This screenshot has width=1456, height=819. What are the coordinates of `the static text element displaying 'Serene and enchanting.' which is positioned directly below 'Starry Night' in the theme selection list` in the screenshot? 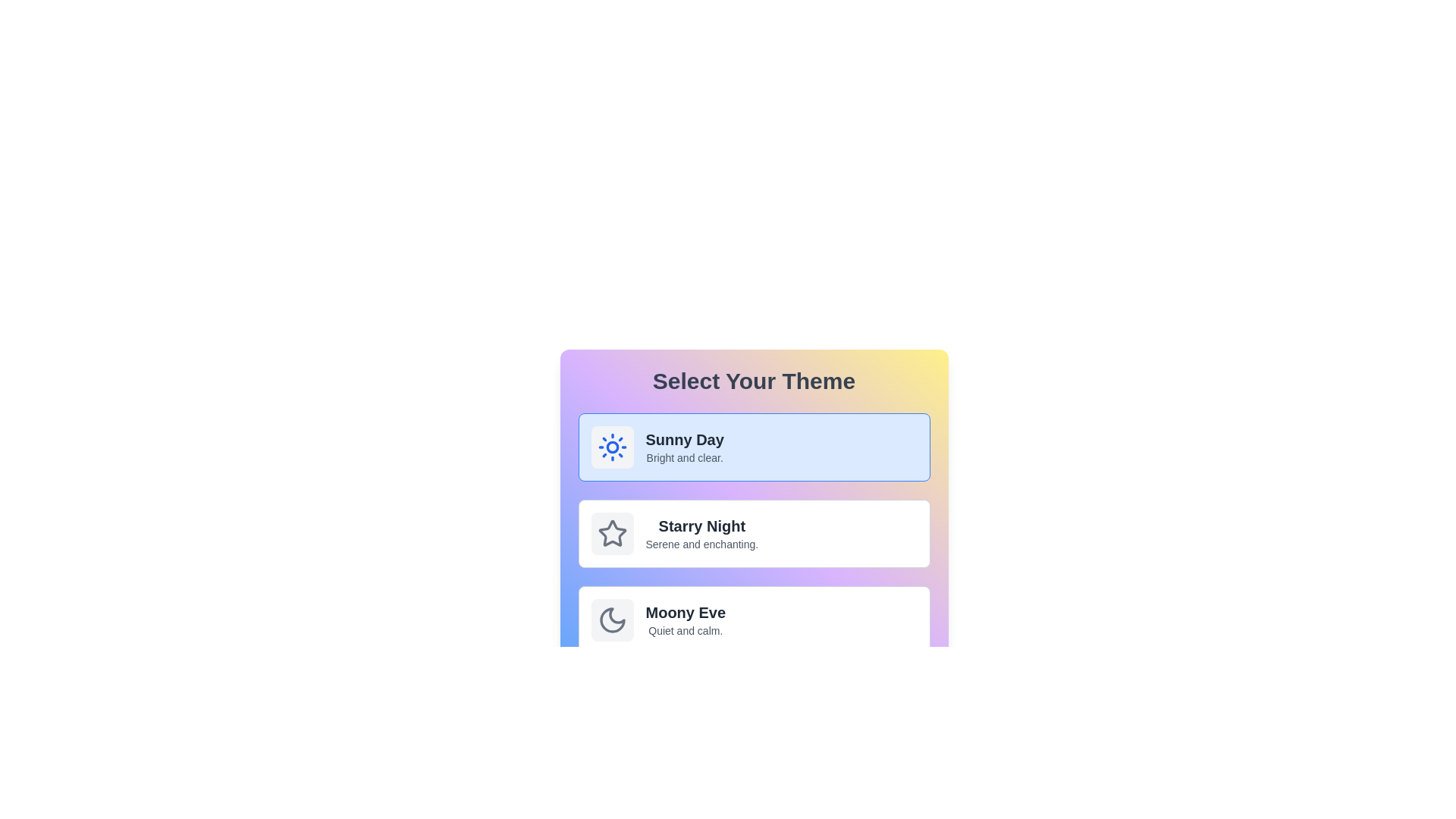 It's located at (701, 543).